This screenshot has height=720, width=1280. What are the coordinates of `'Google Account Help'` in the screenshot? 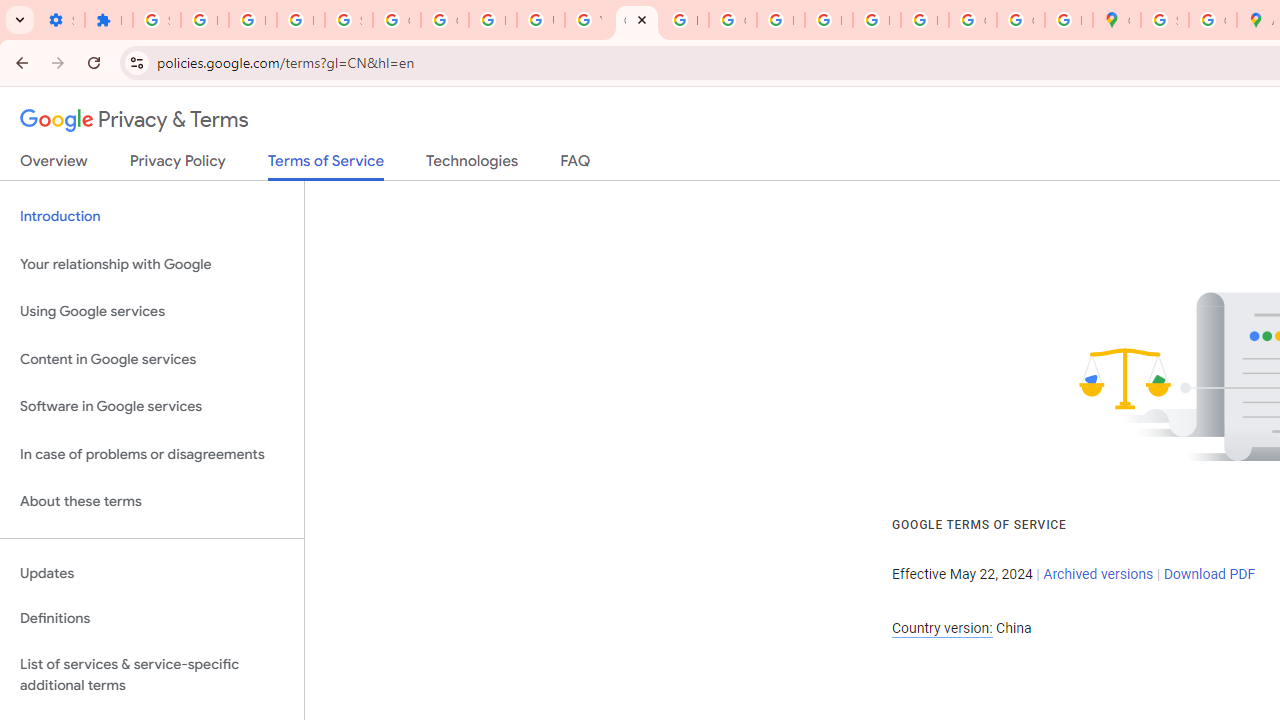 It's located at (396, 20).